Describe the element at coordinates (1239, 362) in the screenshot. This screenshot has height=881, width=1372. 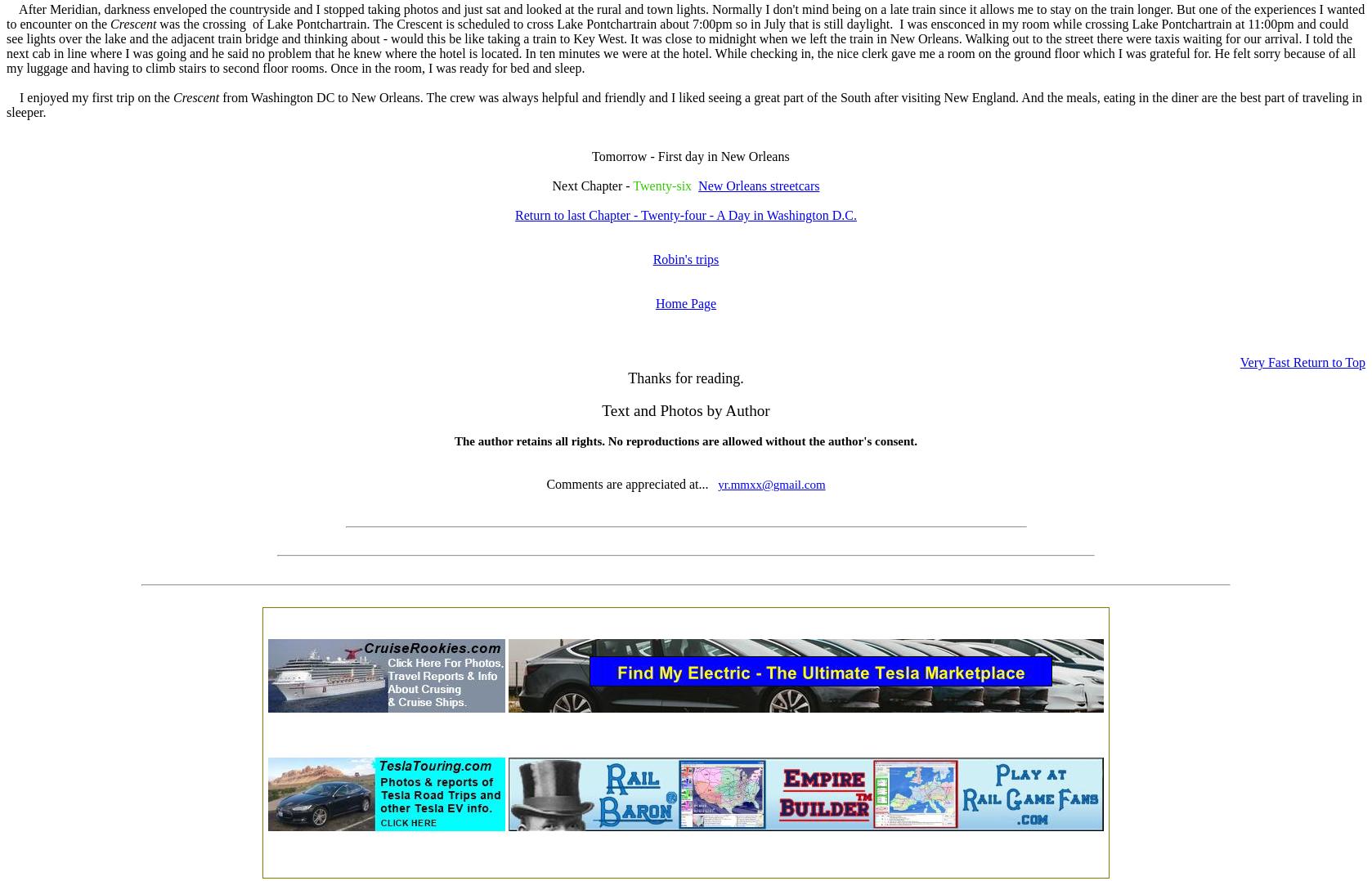
I see `'Very Fast
          Return to Top'` at that location.